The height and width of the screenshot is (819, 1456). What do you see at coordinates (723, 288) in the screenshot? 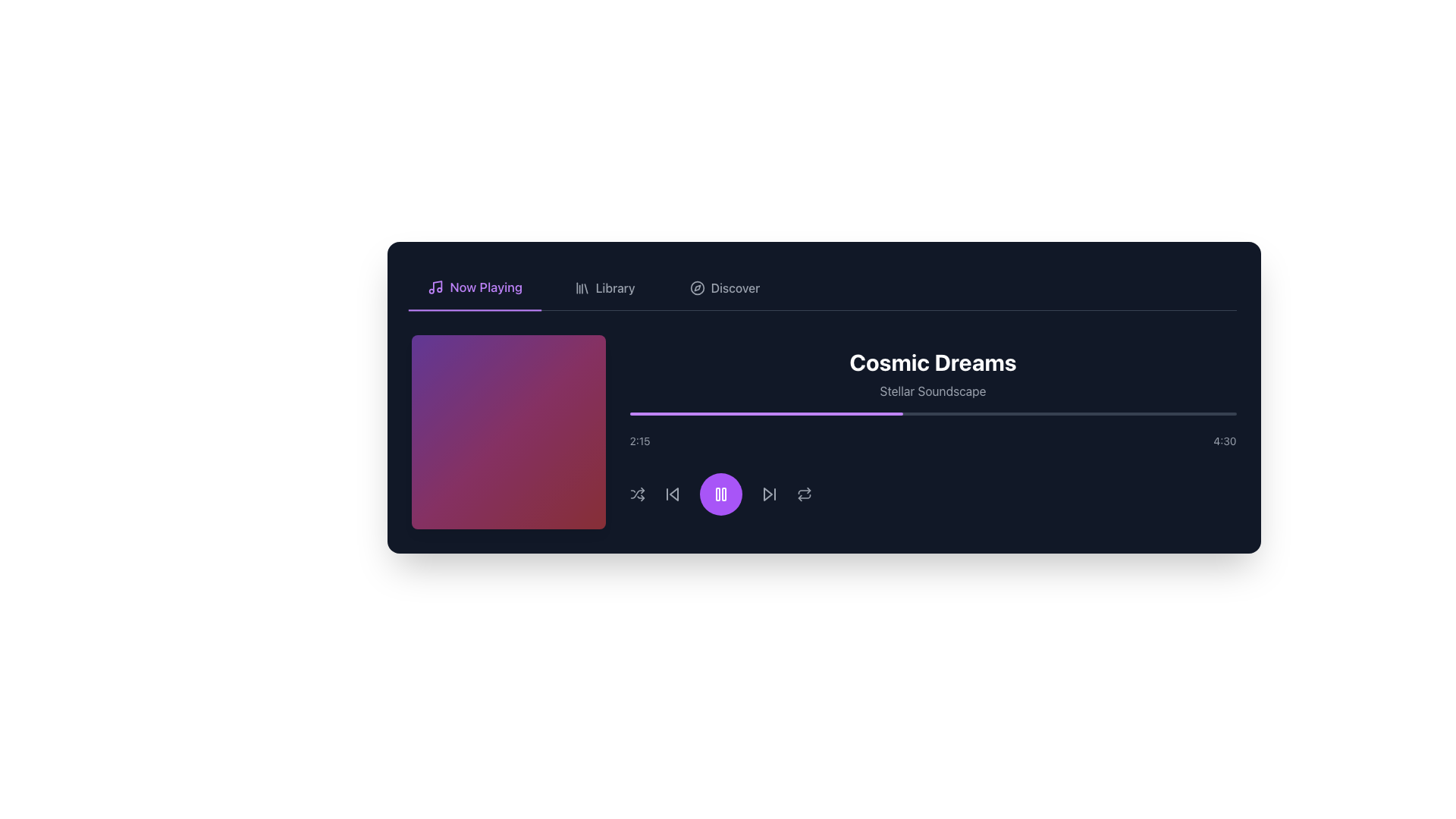
I see `the navigation button located as the third item from the left in the horizontal navigation bar` at bounding box center [723, 288].